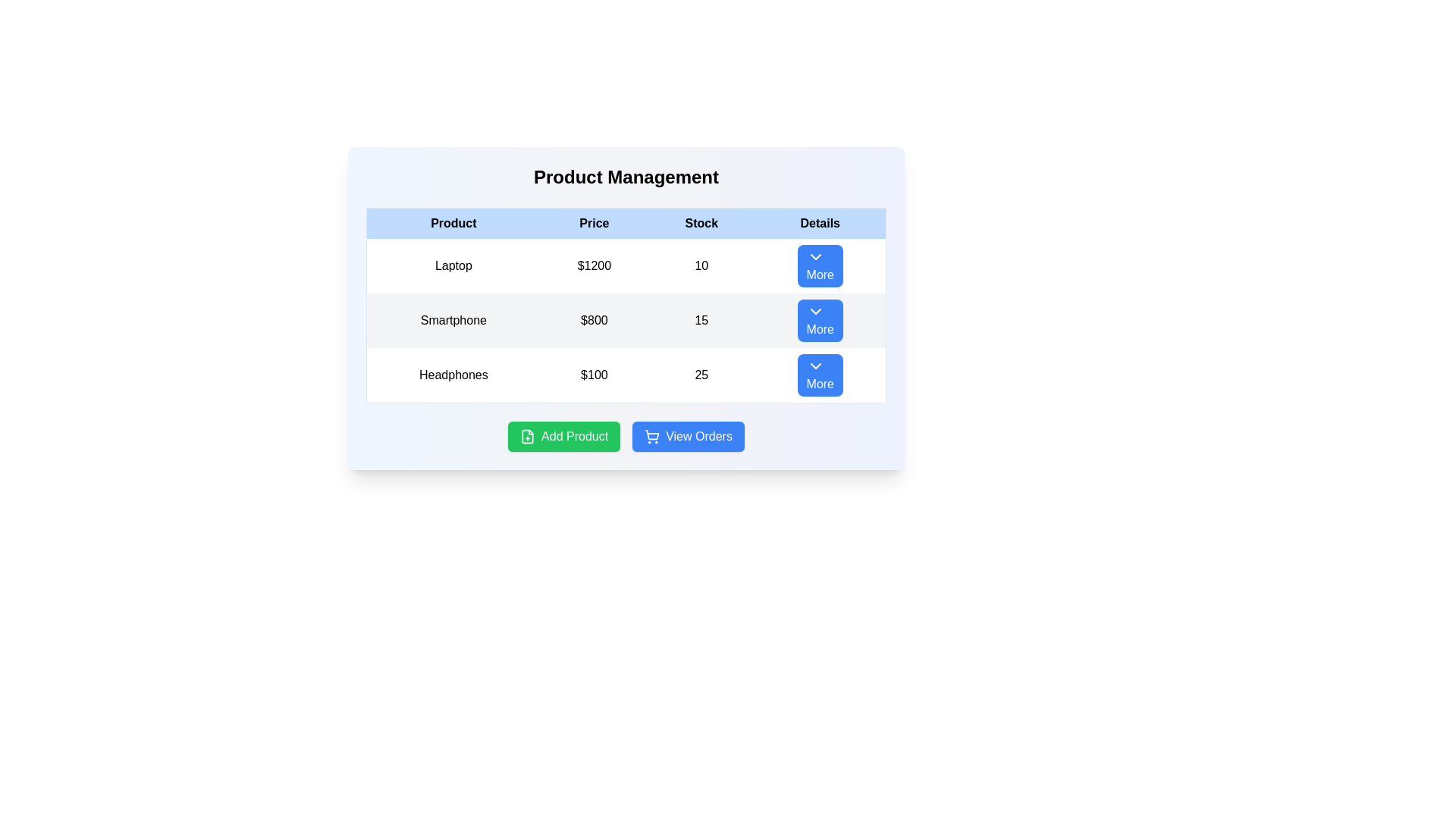 Image resolution: width=1456 pixels, height=819 pixels. What do you see at coordinates (528, 436) in the screenshot?
I see `the icon located at the center of the 'Add Product' button, which symbolizes document creation or addition` at bounding box center [528, 436].